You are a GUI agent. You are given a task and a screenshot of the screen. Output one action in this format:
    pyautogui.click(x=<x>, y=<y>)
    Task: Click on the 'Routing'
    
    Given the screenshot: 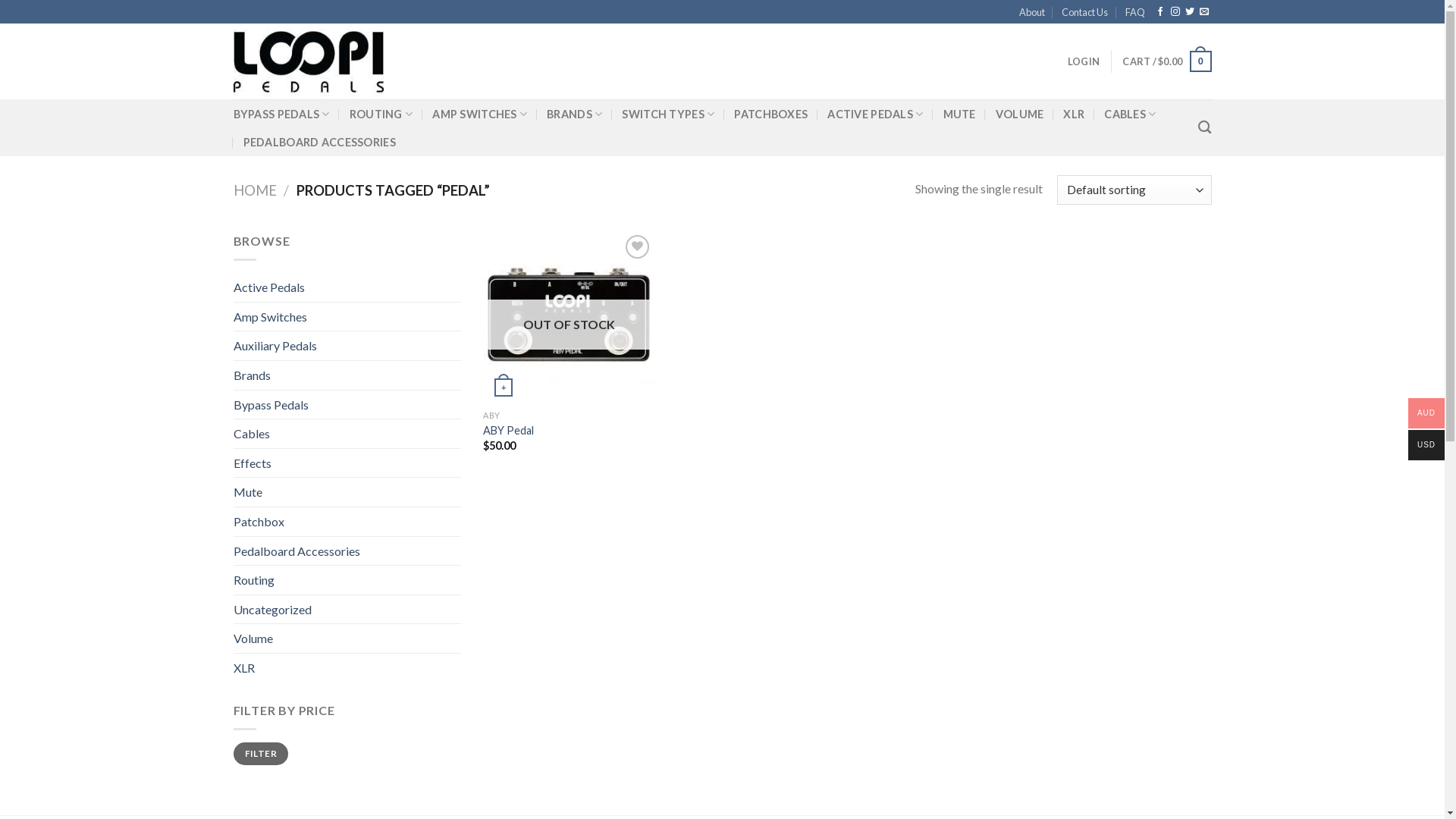 What is the action you would take?
    pyautogui.click(x=346, y=579)
    